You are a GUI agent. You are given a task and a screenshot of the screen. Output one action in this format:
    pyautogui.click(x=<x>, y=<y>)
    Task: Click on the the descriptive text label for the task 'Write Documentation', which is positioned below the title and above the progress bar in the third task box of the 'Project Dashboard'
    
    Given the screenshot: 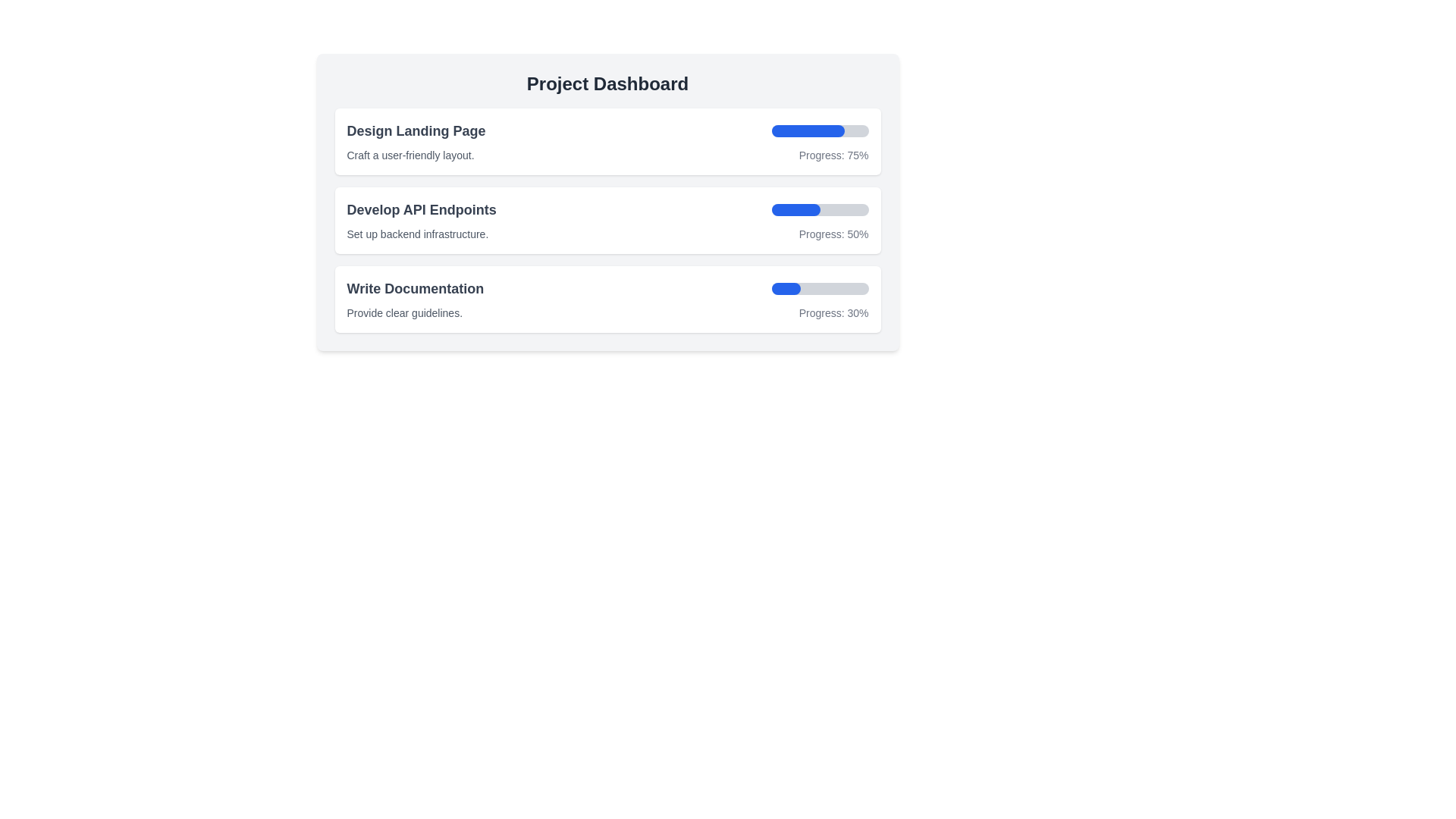 What is the action you would take?
    pyautogui.click(x=404, y=312)
    